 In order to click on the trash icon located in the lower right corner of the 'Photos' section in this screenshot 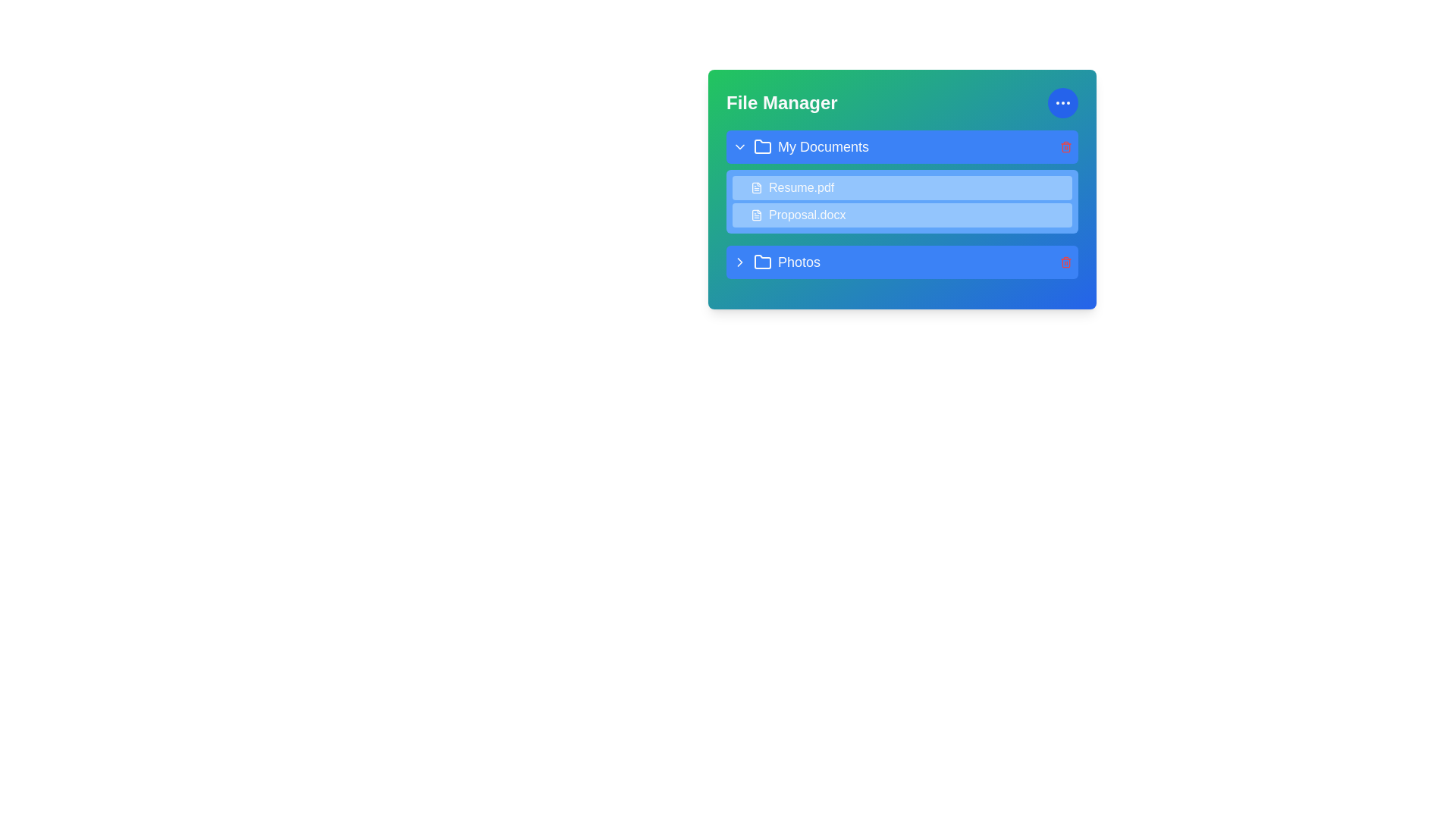, I will do `click(1065, 262)`.